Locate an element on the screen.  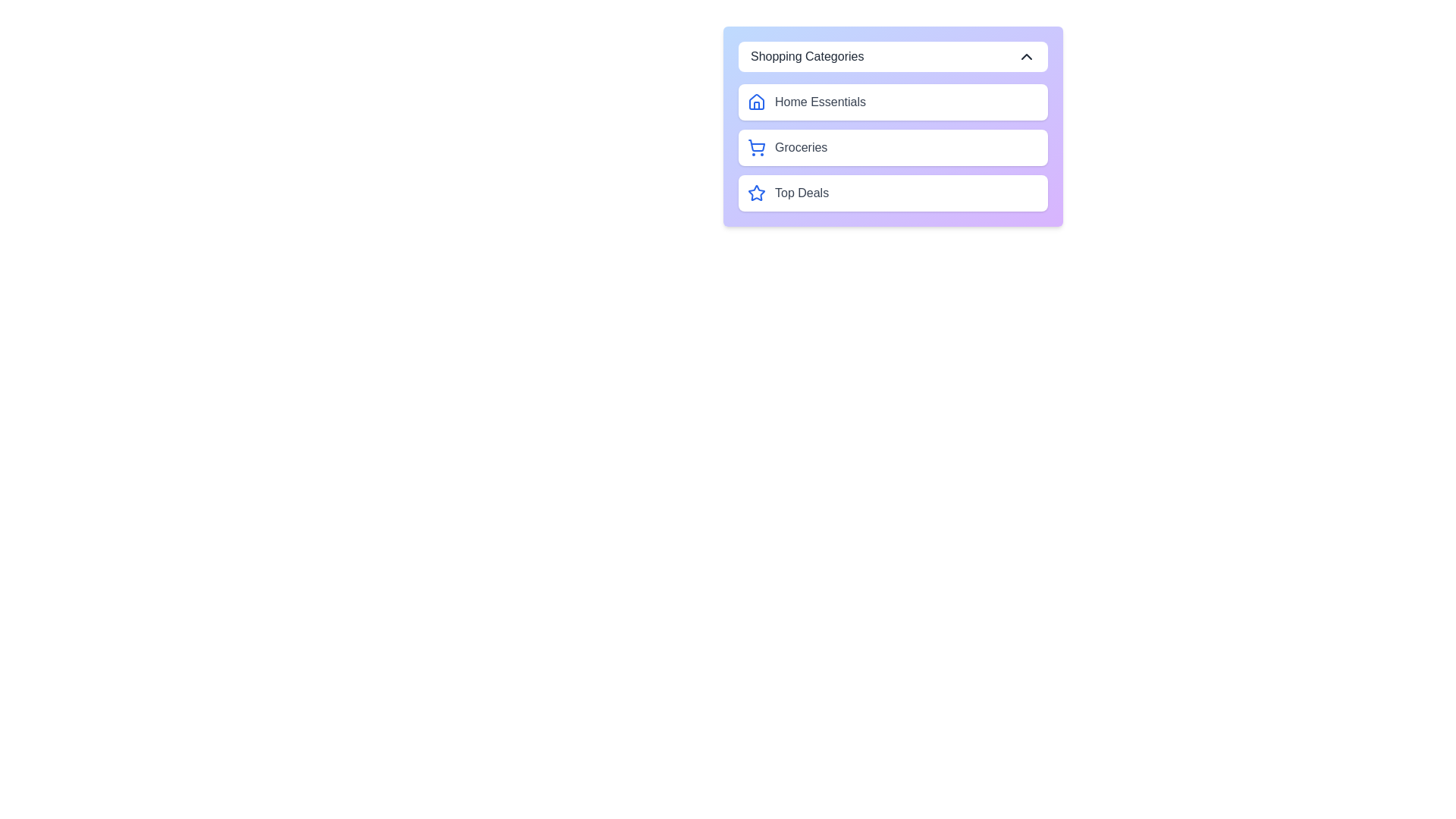
the category Groceries to select it is located at coordinates (893, 148).